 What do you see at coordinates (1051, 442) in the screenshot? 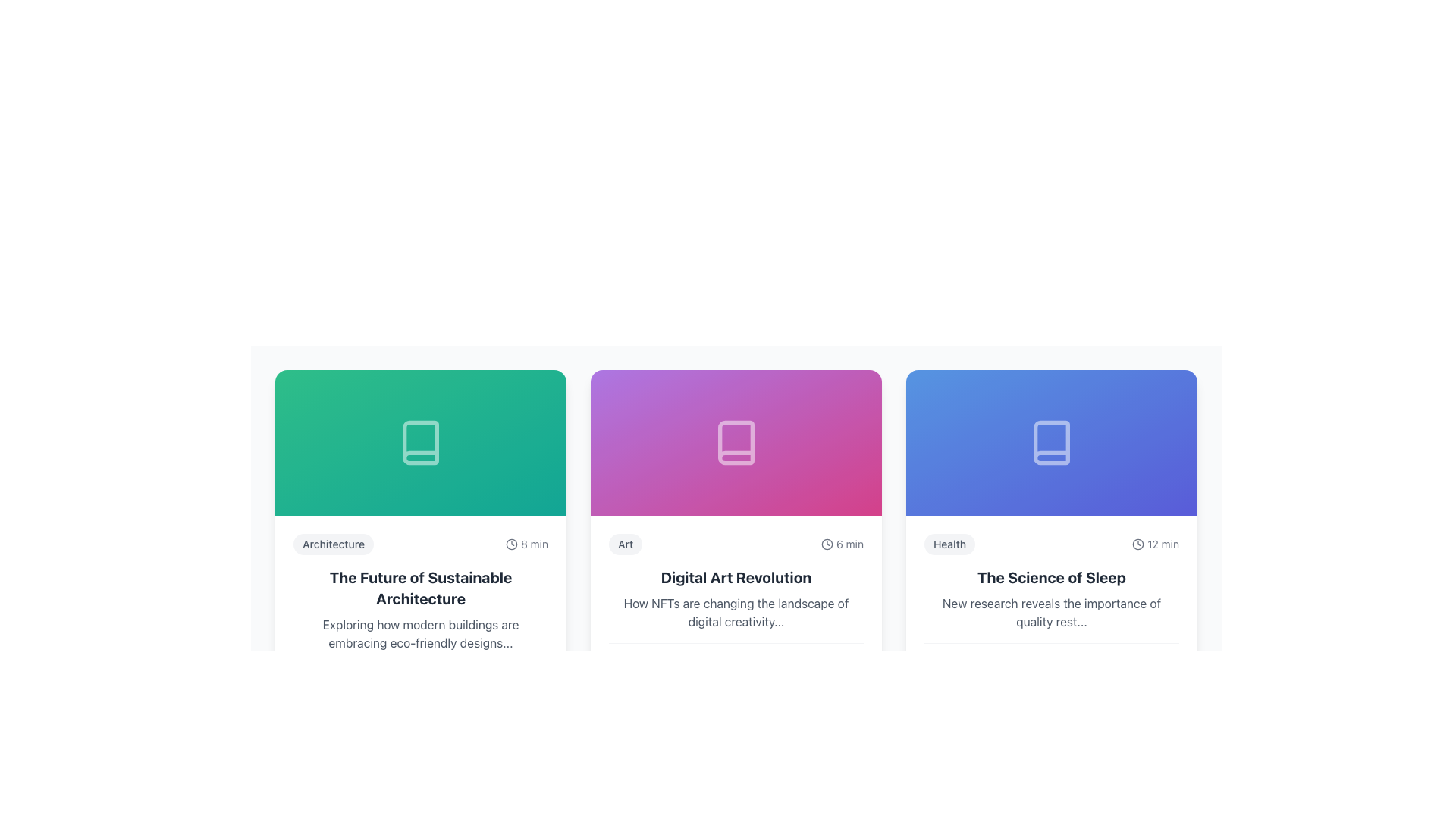
I see `the Book icon located in the blue-purple gradient header of the third content card from the left, which is directly above the text 'The Science of Sleep'` at bounding box center [1051, 442].